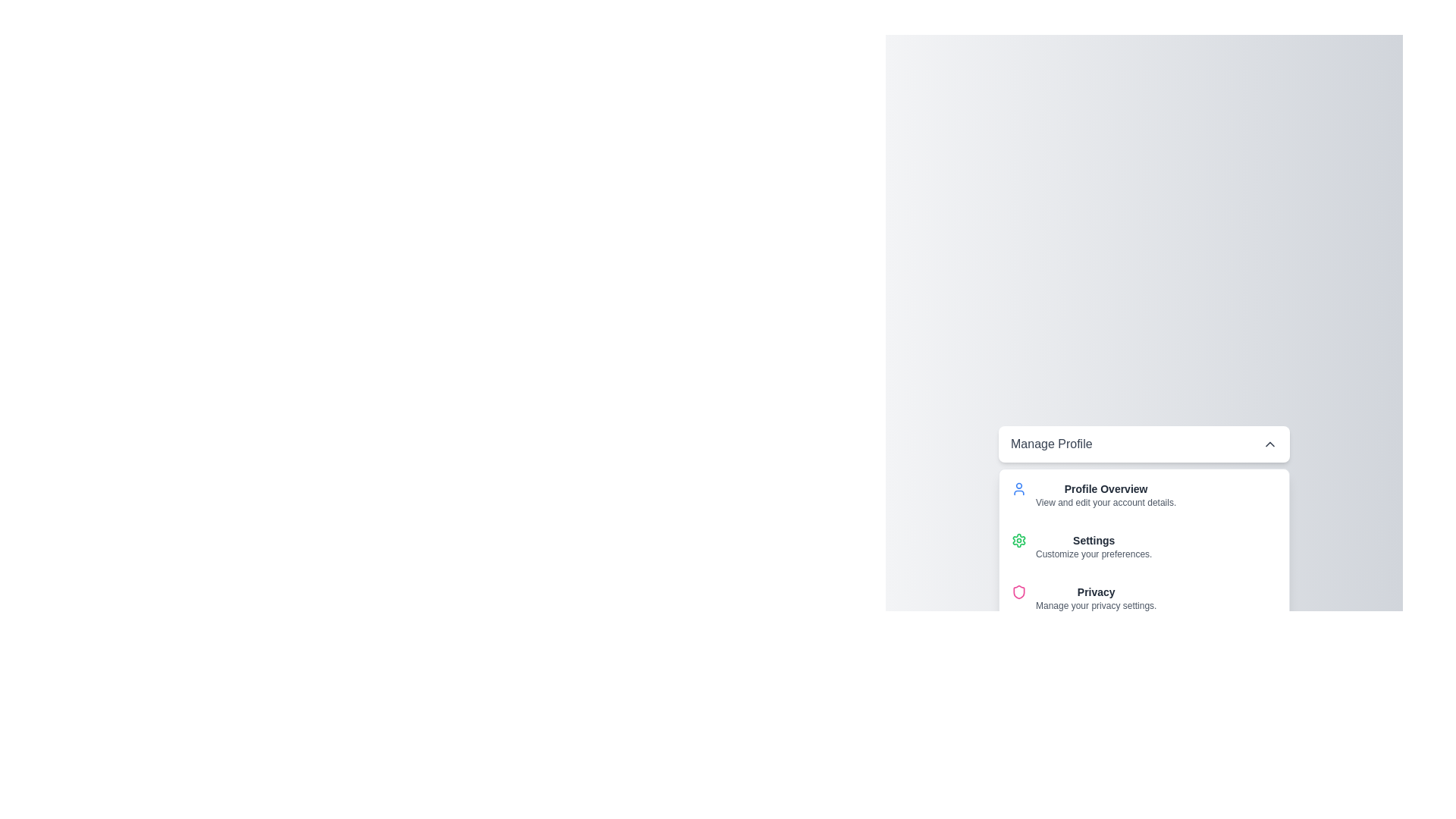 The image size is (1456, 819). Describe the element at coordinates (1019, 540) in the screenshot. I see `the gear icon located to the left of the 'Settings' label in the 'Manage Profile' menu` at that location.